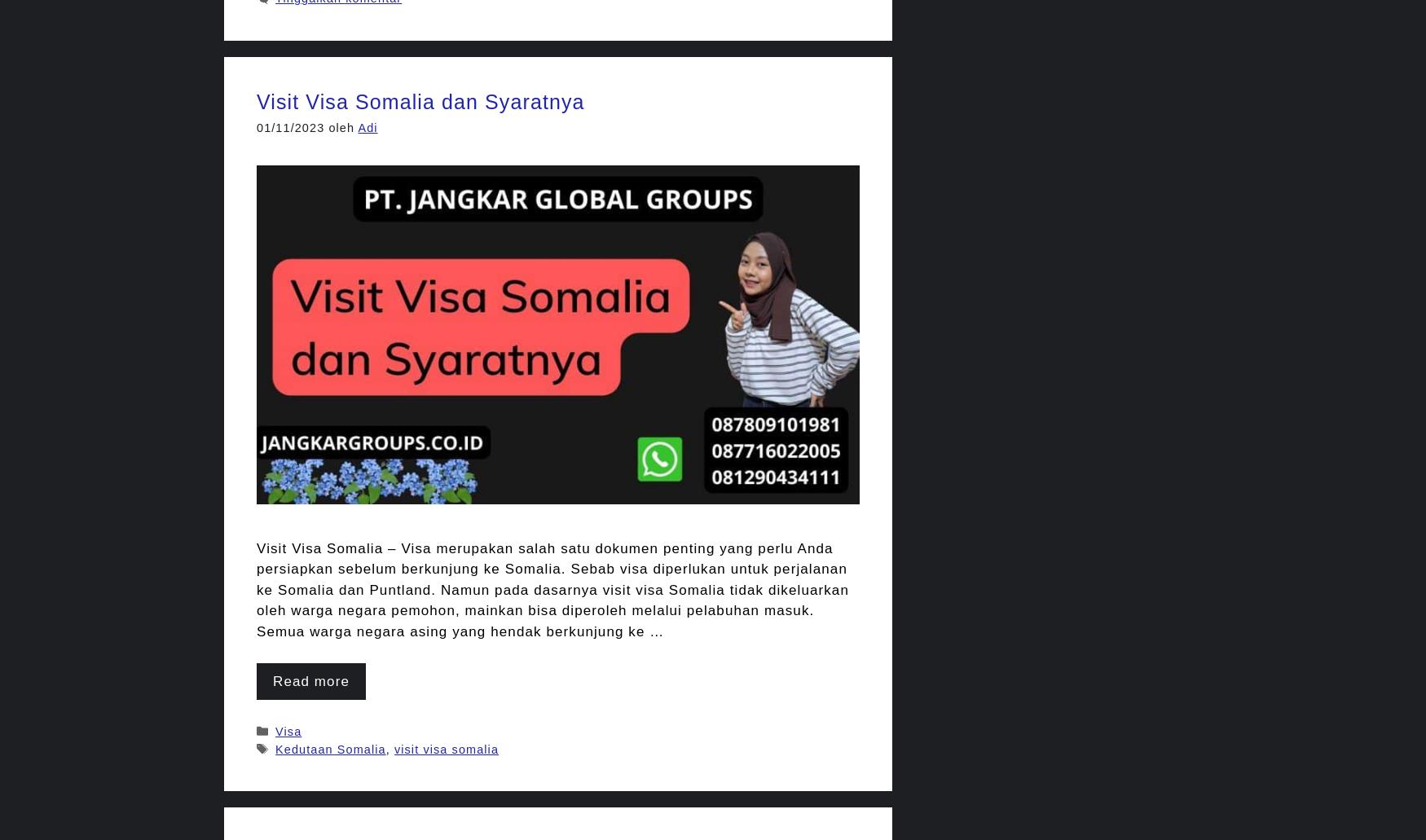 The image size is (1426, 840). What do you see at coordinates (420, 100) in the screenshot?
I see `'Visit Visa Somalia dan Syaratnya'` at bounding box center [420, 100].